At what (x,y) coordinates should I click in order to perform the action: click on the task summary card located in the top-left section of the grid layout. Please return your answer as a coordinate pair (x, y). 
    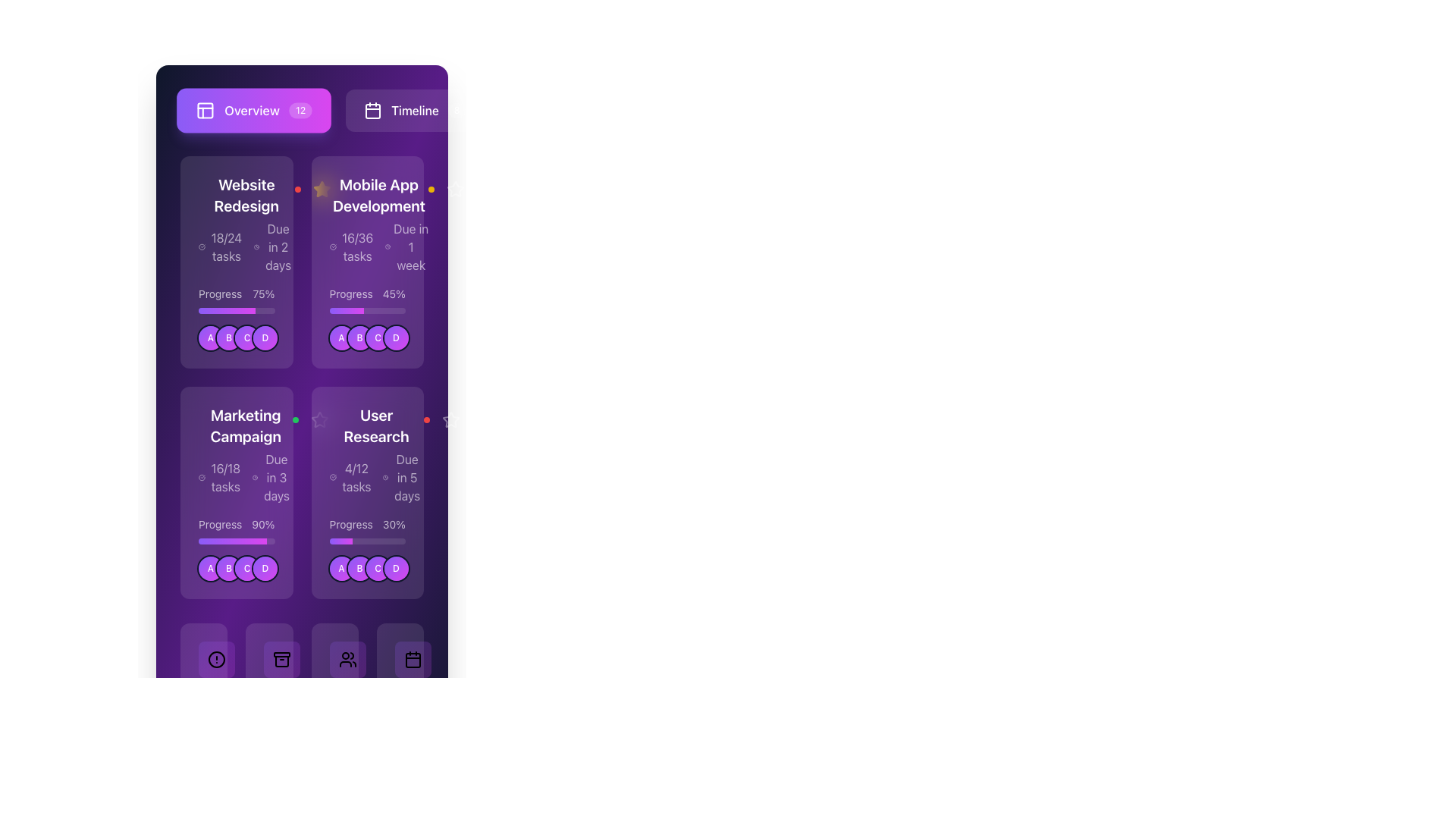
    Looking at the image, I should click on (246, 224).